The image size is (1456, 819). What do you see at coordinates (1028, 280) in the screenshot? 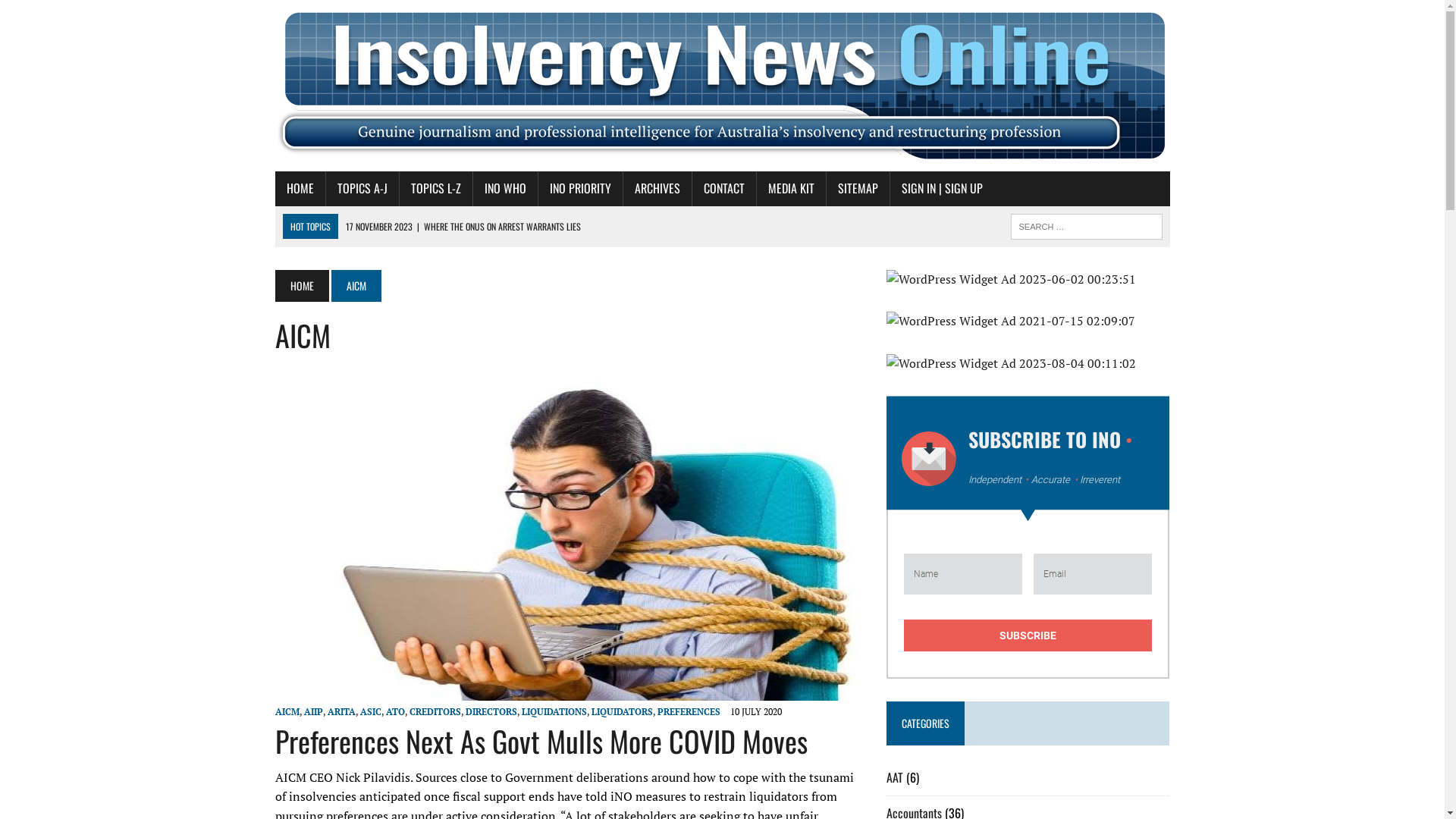
I see `'WordPress Widget Ad 2023-06-02 00:23:51'` at bounding box center [1028, 280].